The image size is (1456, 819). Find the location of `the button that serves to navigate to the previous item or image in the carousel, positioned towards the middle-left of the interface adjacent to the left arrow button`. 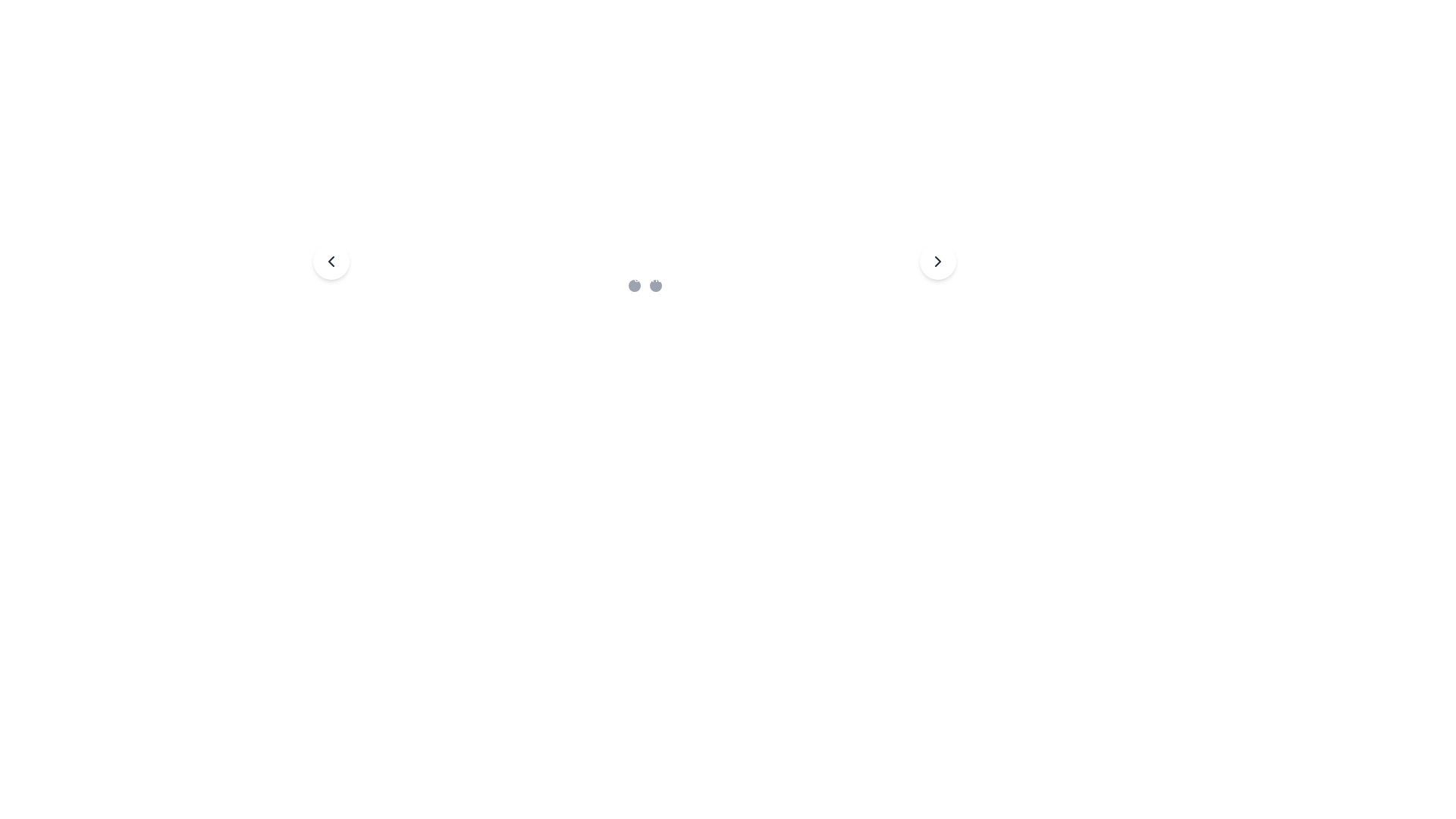

the button that serves to navigate to the previous item or image in the carousel, positioned towards the middle-left of the interface adjacent to the left arrow button is located at coordinates (330, 260).